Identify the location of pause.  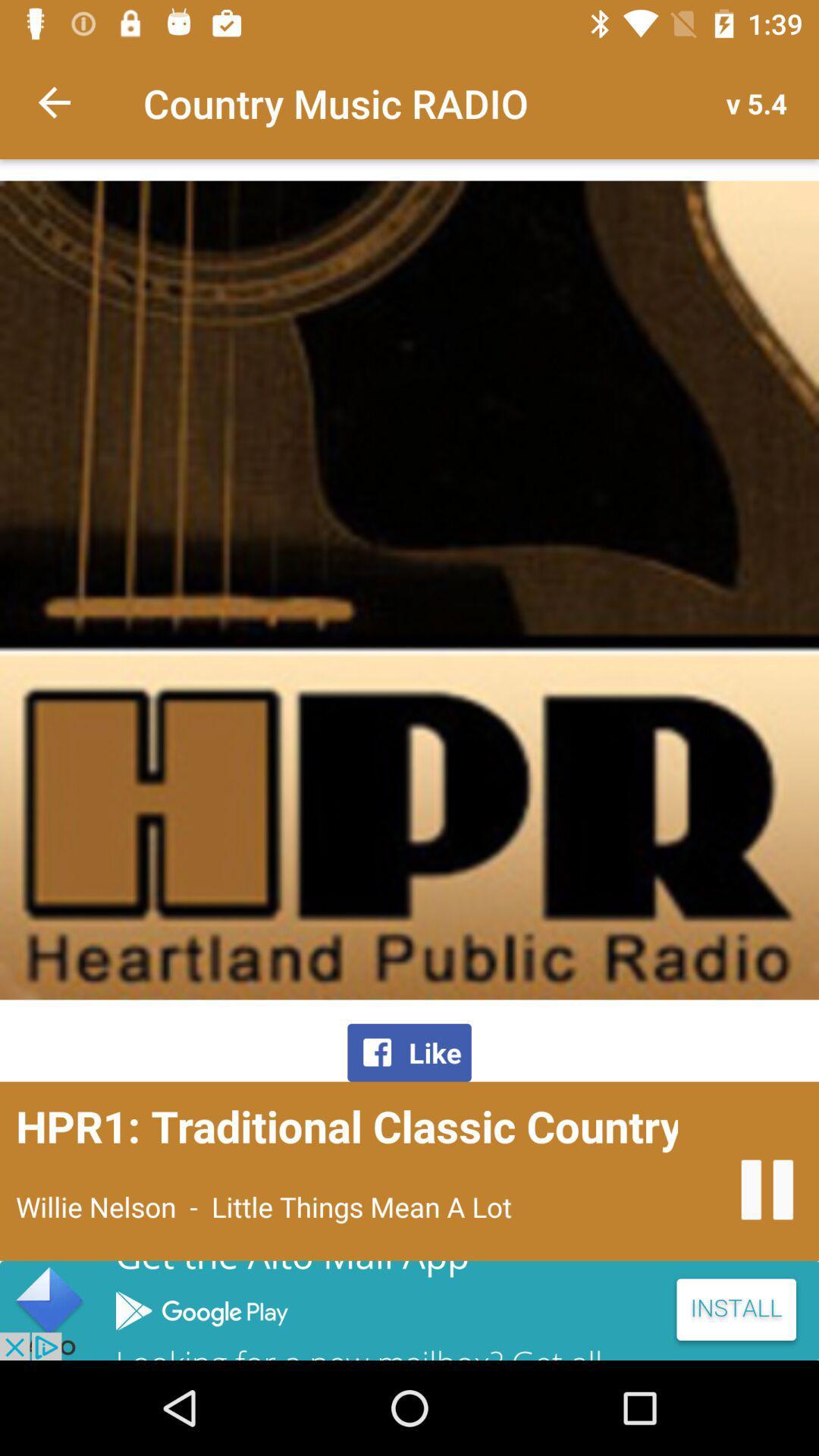
(767, 1189).